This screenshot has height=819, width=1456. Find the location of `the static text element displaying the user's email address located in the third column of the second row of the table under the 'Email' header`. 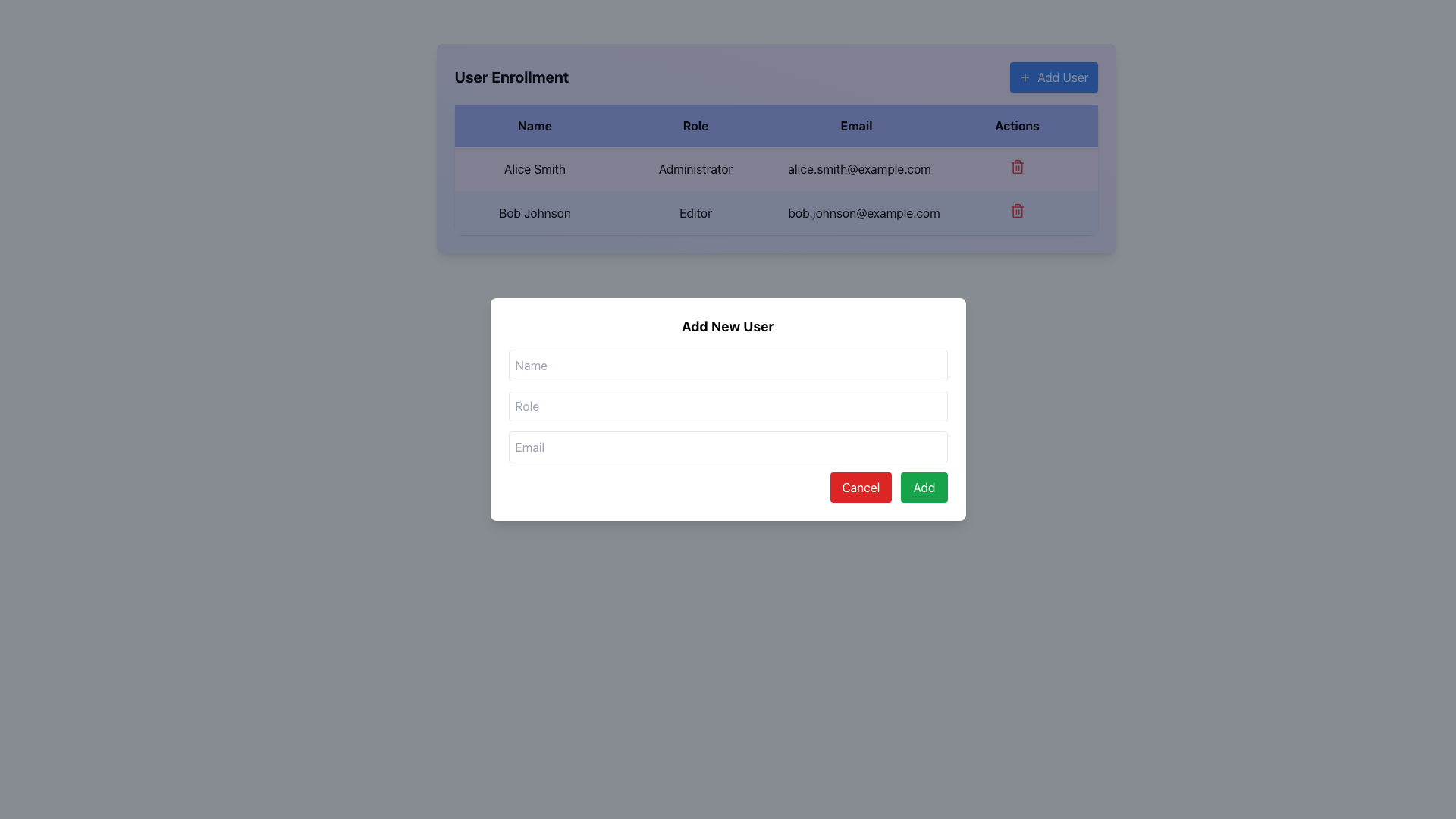

the static text element displaying the user's email address located in the third column of the second row of the table under the 'Email' header is located at coordinates (856, 213).